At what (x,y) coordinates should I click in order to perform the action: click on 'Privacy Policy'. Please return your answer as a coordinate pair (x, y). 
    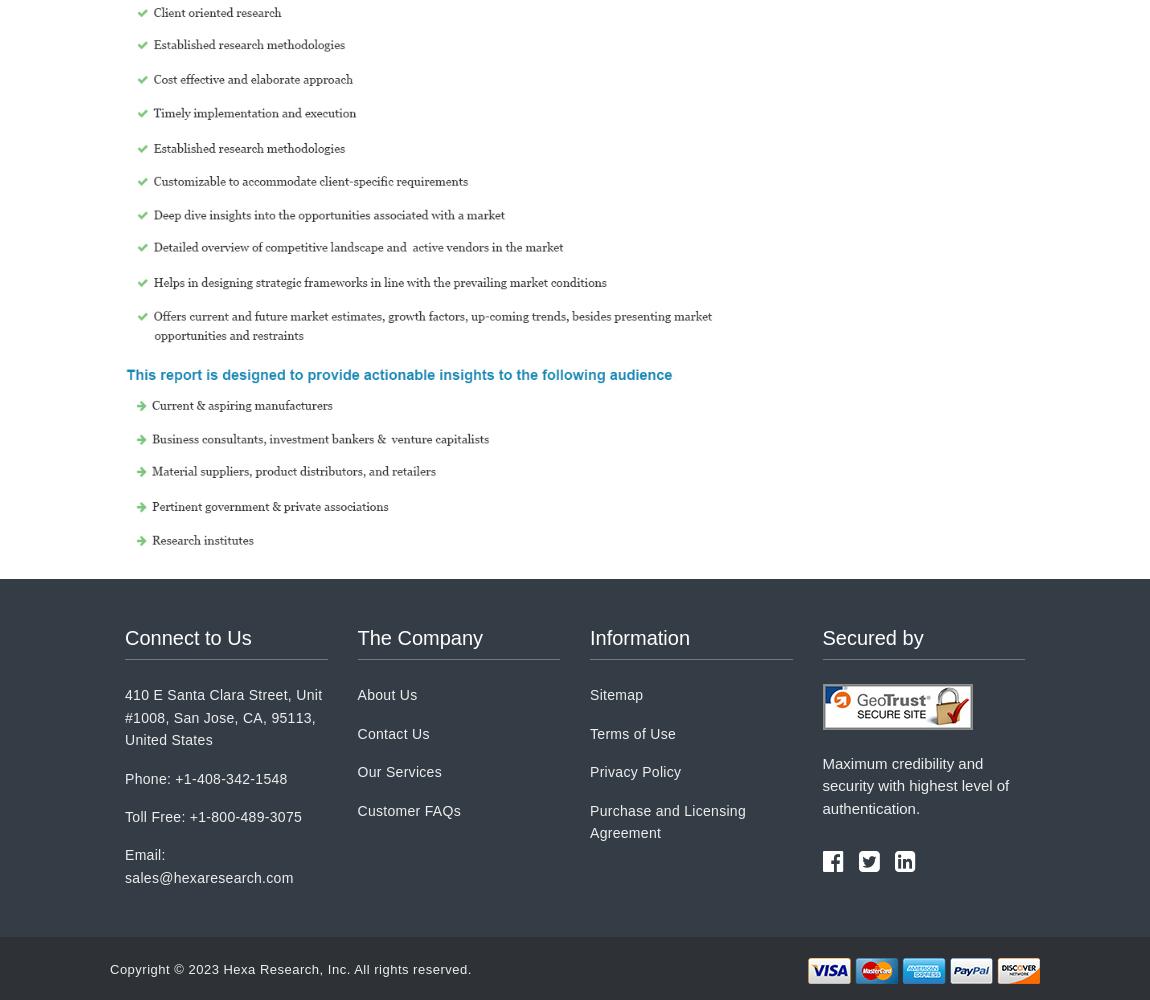
    Looking at the image, I should click on (634, 772).